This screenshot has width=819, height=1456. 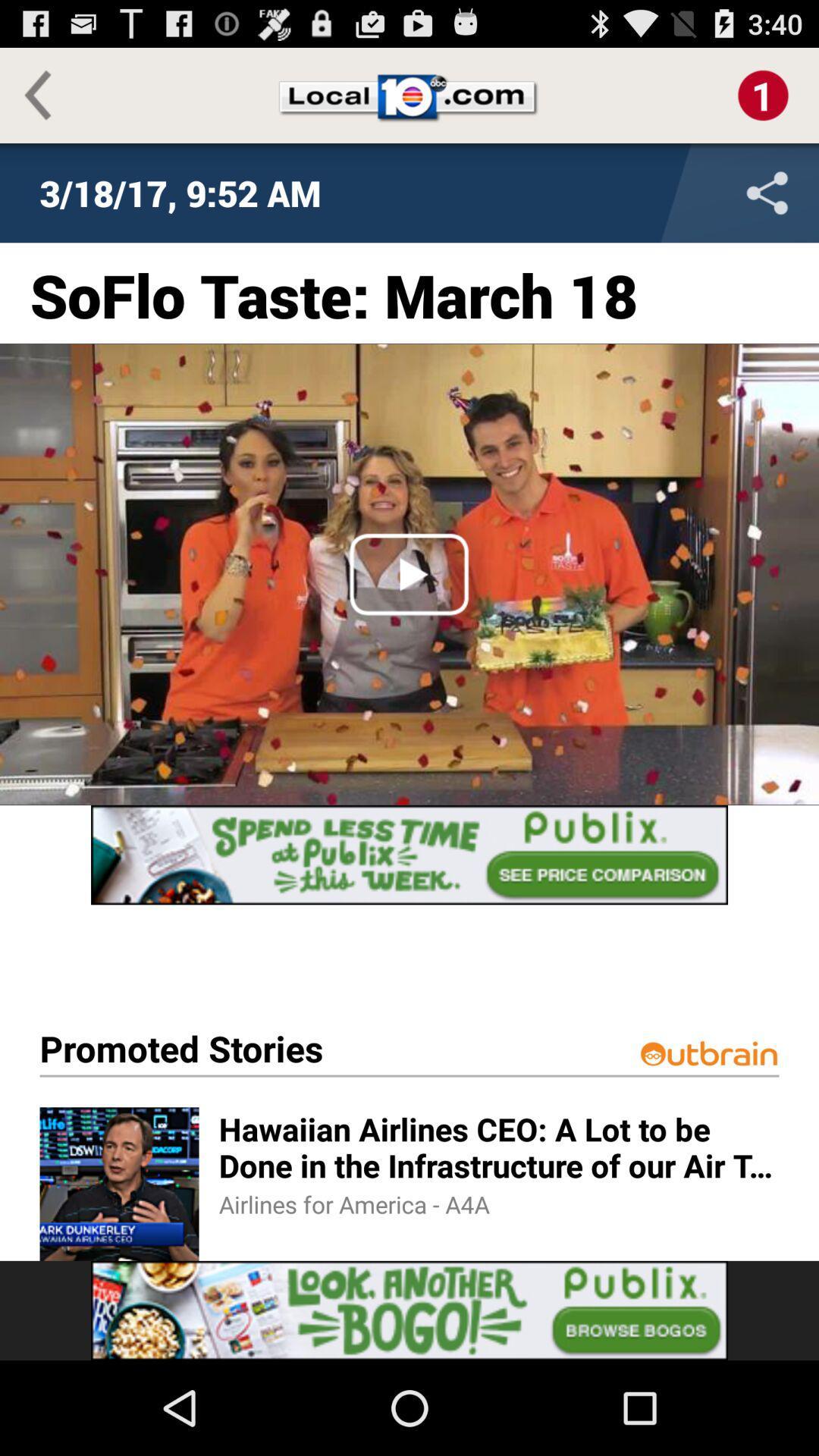 What do you see at coordinates (763, 94) in the screenshot?
I see `open news notifications` at bounding box center [763, 94].